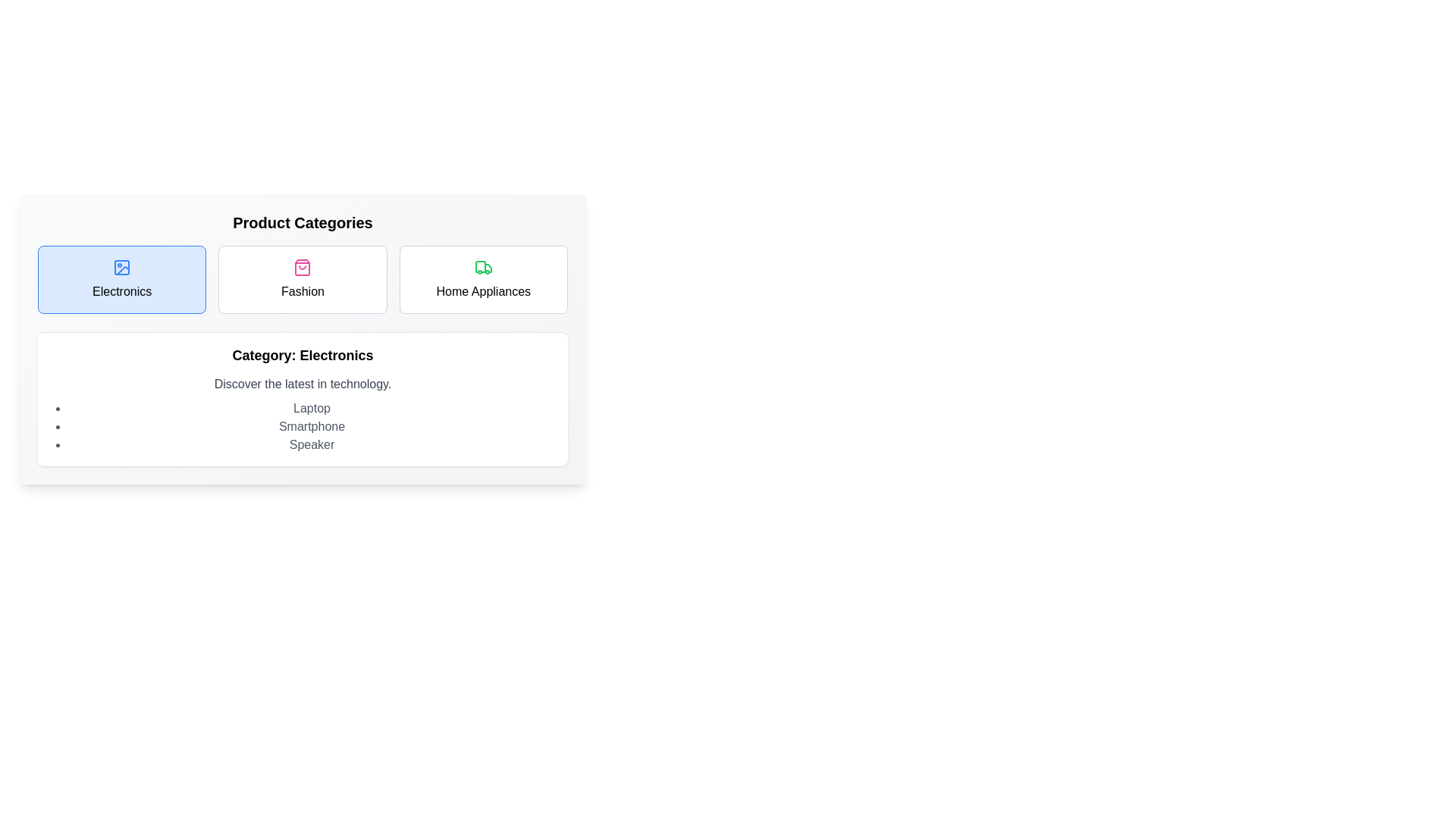 The width and height of the screenshot is (1456, 819). I want to click on the rightmost category selector card for 'Home Appliances' in the 'Product Categories' section, so click(482, 280).